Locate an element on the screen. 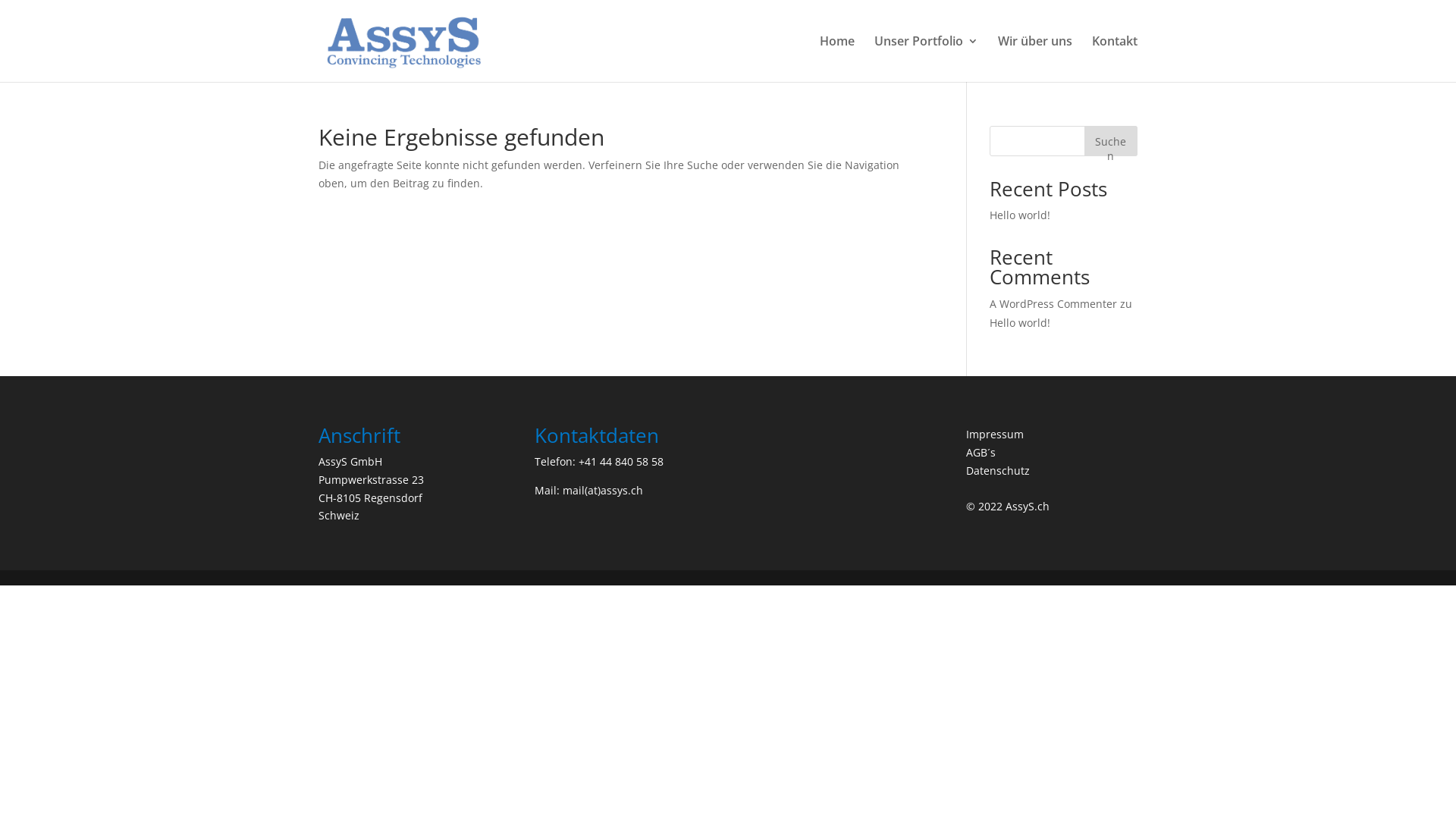 The image size is (1456, 819). 'Home' is located at coordinates (836, 58).